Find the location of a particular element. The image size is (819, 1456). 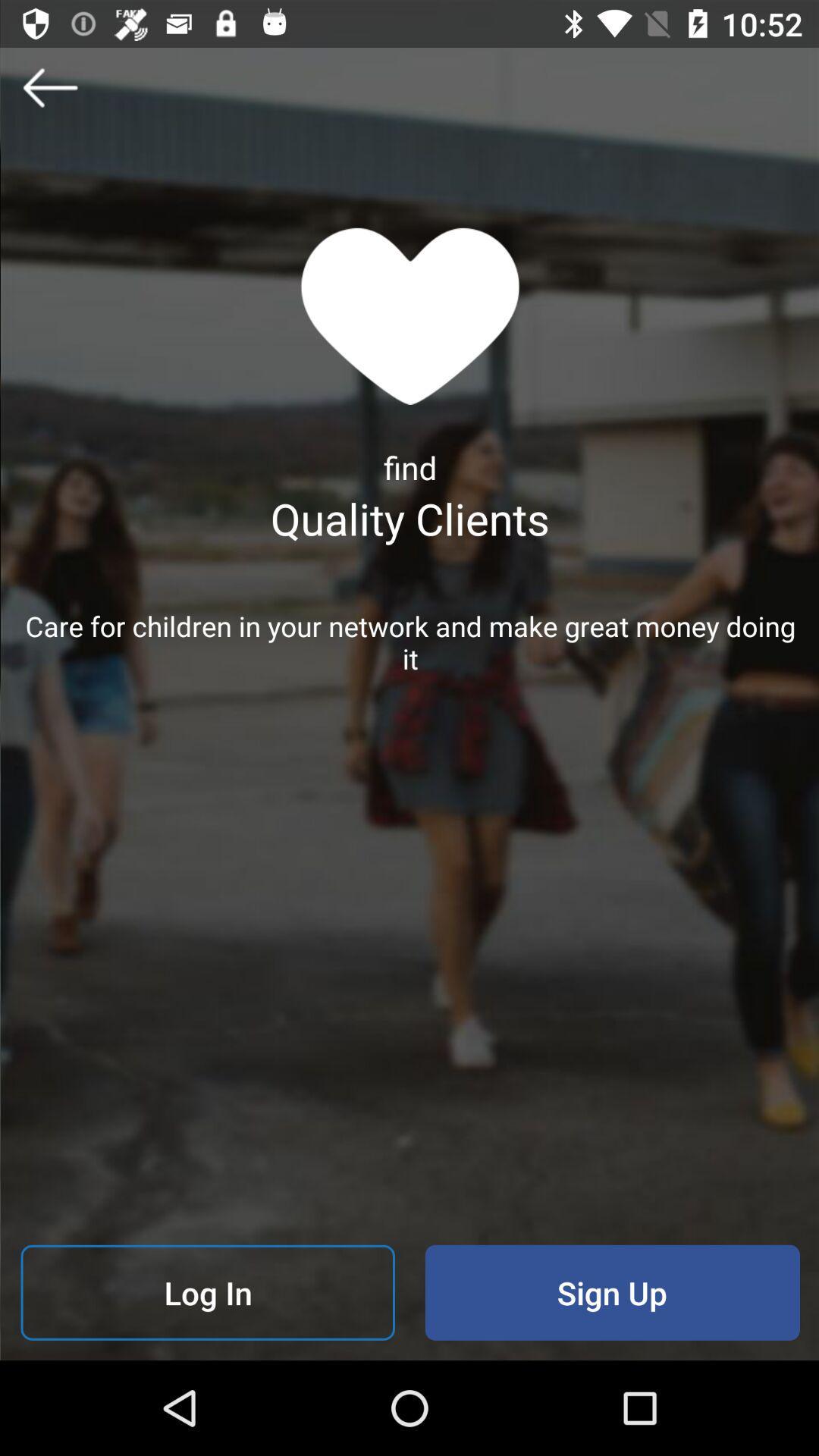

the arrow_backward icon is located at coordinates (49, 86).